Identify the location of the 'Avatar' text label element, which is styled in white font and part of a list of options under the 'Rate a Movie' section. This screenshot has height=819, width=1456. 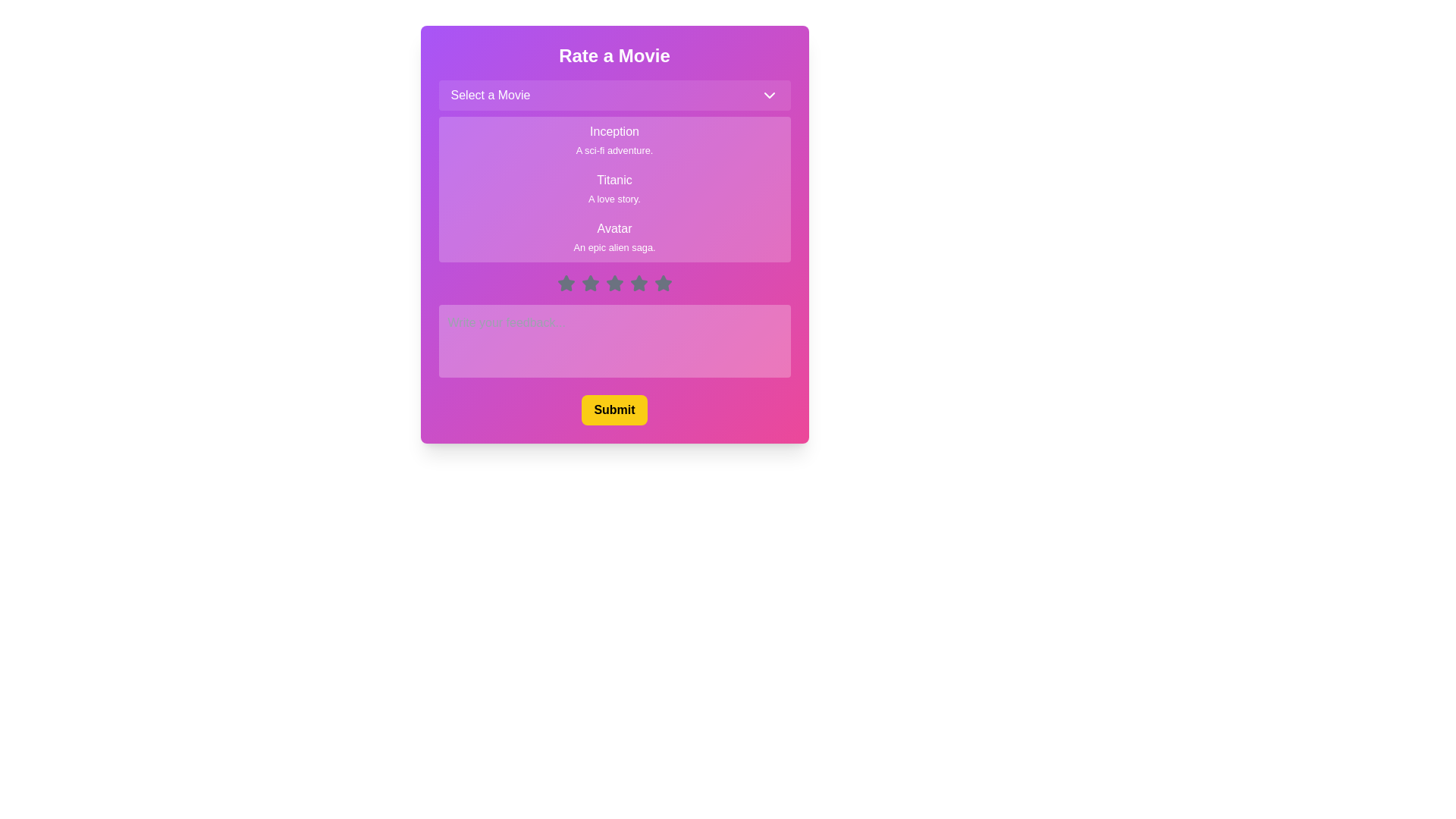
(614, 228).